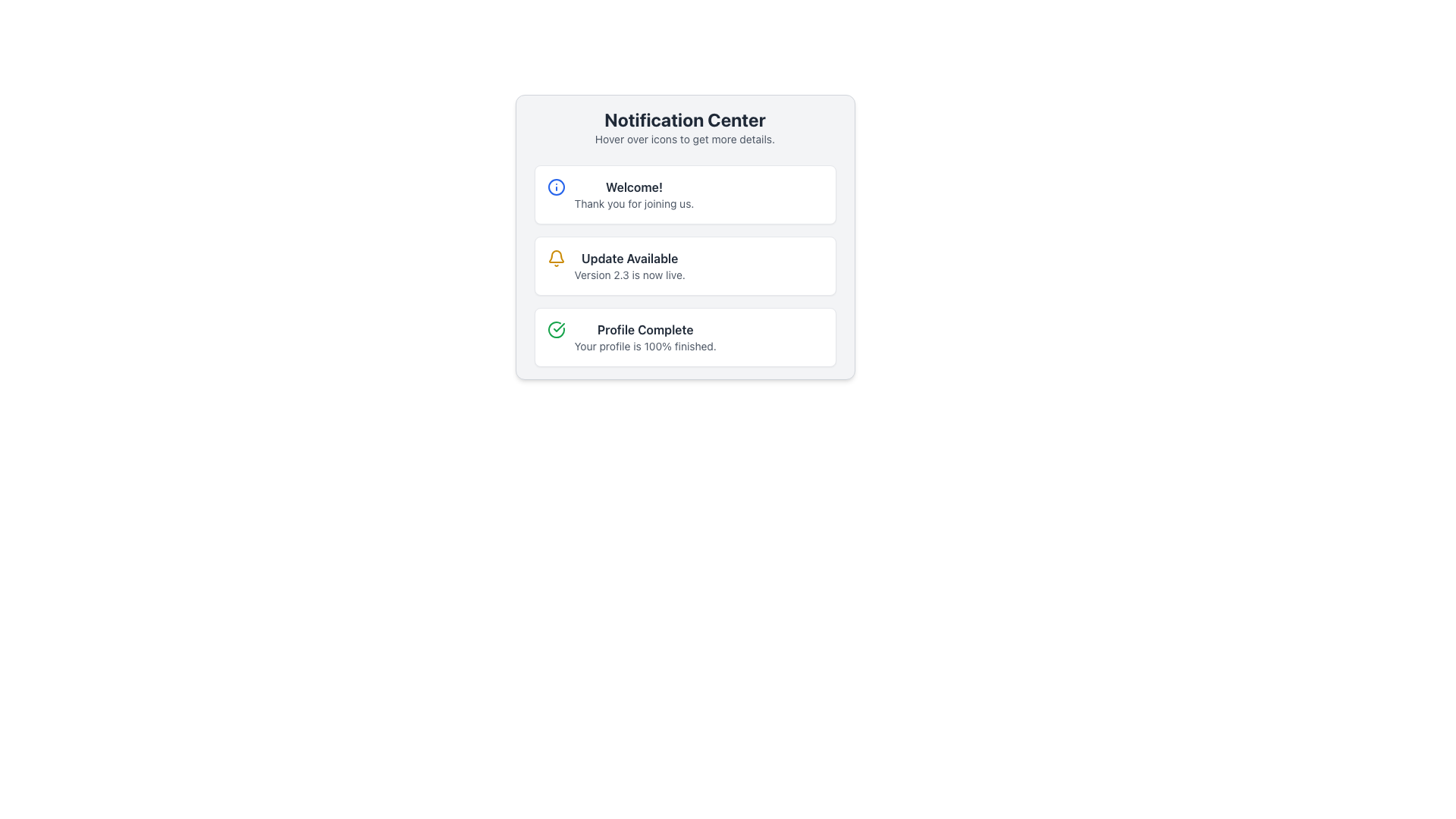 Image resolution: width=1456 pixels, height=819 pixels. Describe the element at coordinates (629, 265) in the screenshot. I see `the notification text block that informs the user about a new update availability, positioned as the second item in the vertical list of notifications on the panel` at that location.